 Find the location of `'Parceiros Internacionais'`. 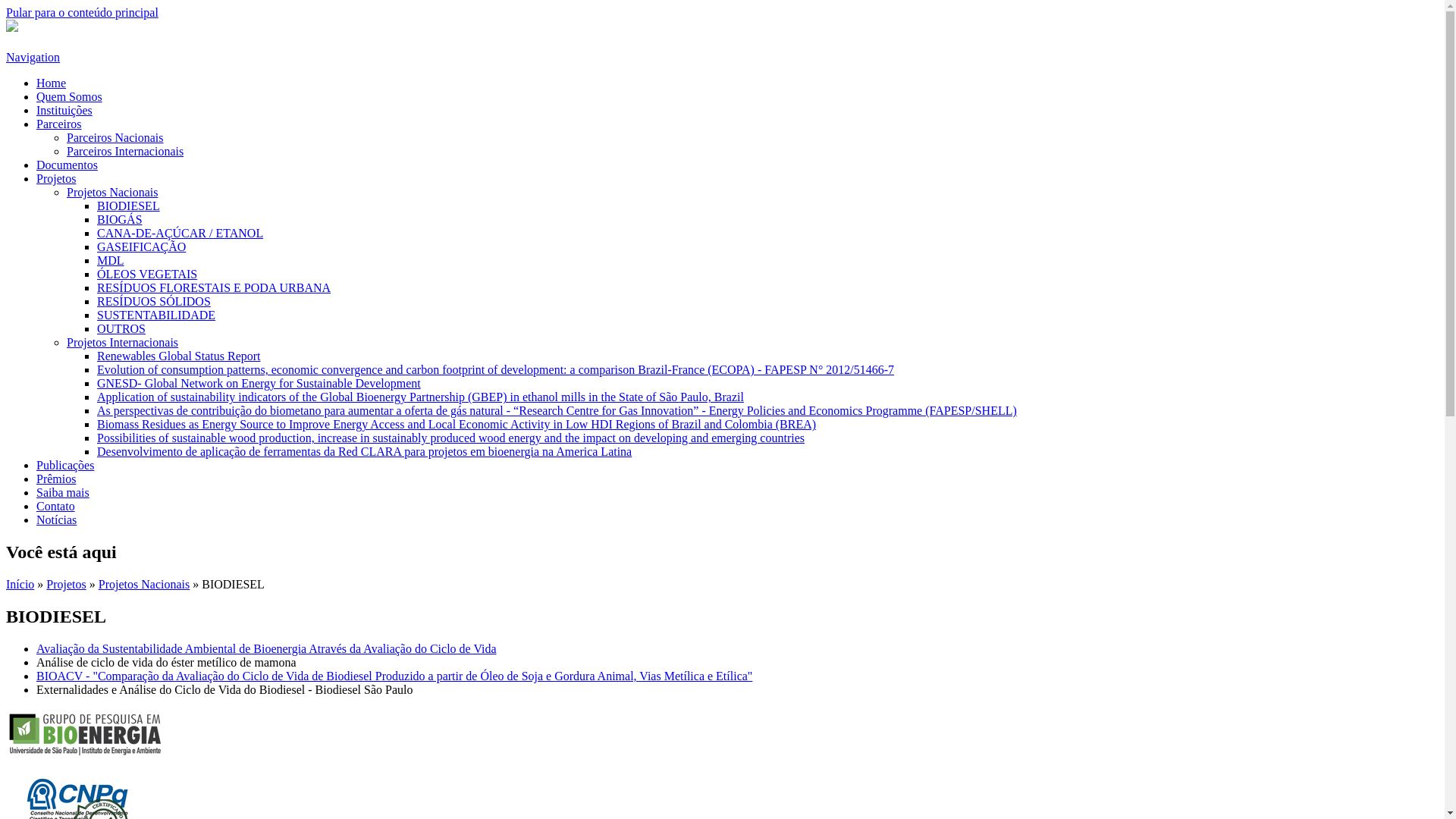

'Parceiros Internacionais' is located at coordinates (124, 151).